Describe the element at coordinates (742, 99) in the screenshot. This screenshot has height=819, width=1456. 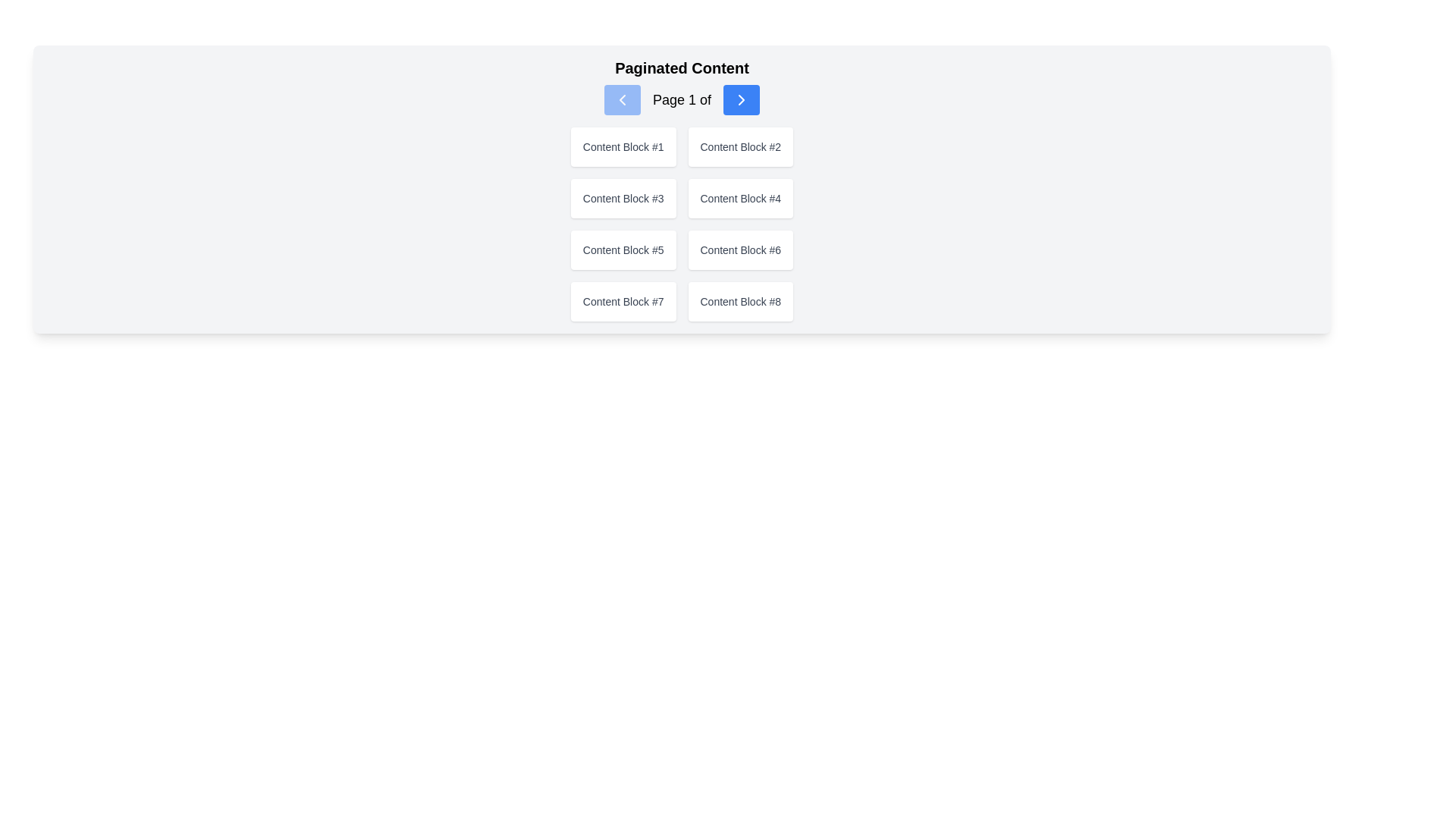
I see `the blue rectangular button with rounded corners and a white arrow icon, located to the right of 'Page 1 of' in the pagination control bar` at that location.